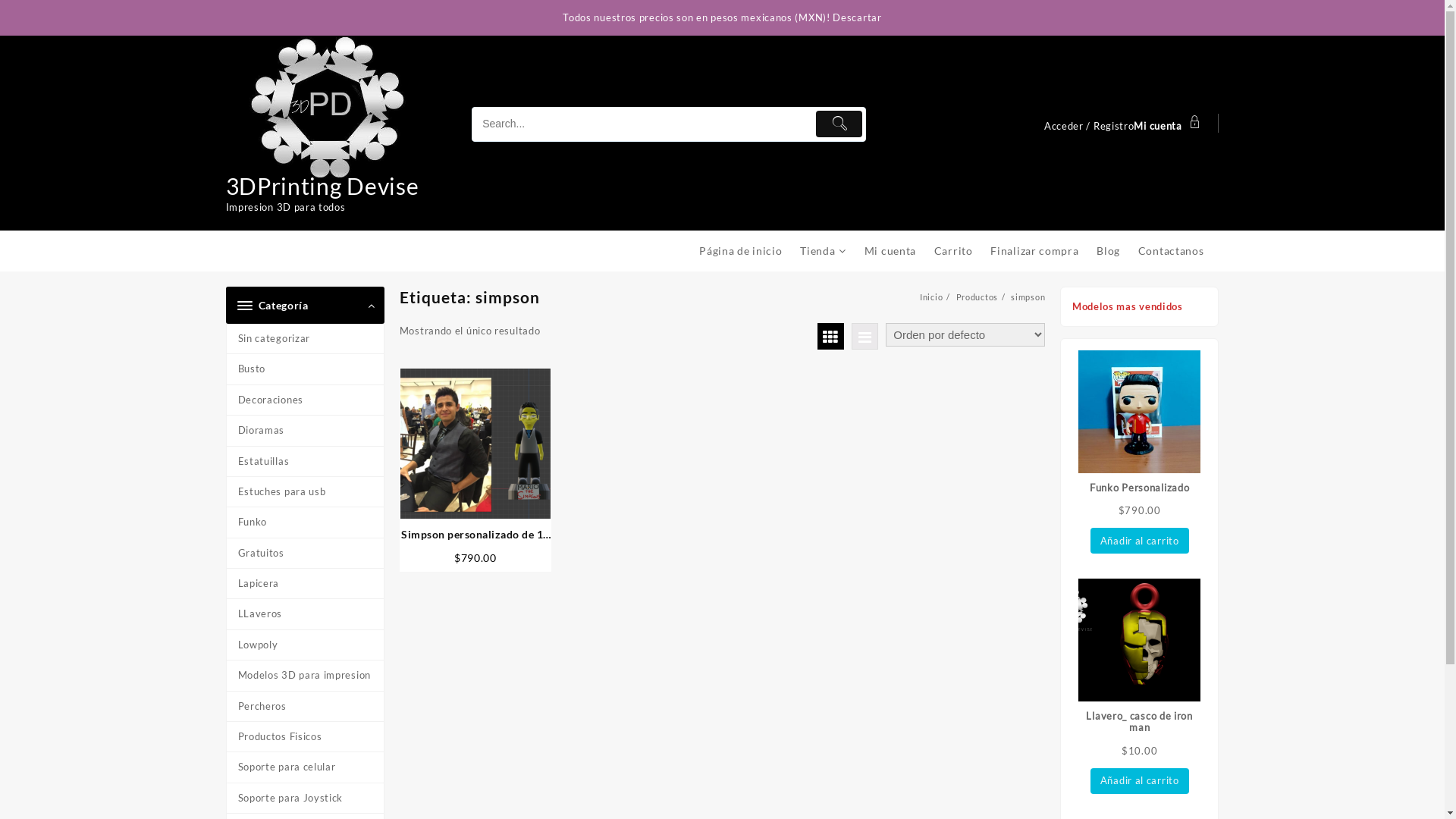  I want to click on 'Lowpoly', so click(304, 645).